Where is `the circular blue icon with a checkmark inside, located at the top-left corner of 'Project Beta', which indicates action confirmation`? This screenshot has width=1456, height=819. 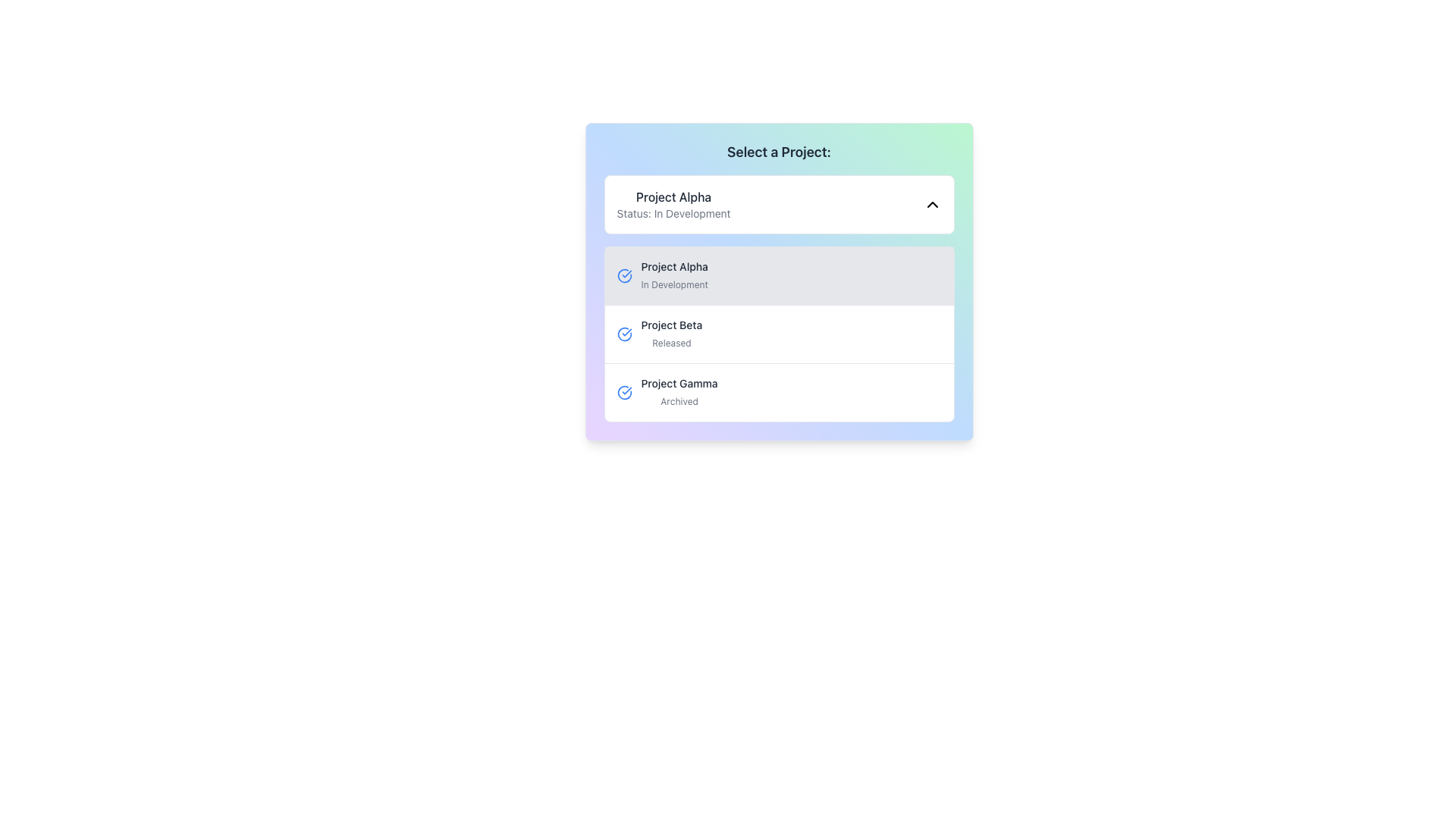 the circular blue icon with a checkmark inside, located at the top-left corner of 'Project Beta', which indicates action confirmation is located at coordinates (624, 333).